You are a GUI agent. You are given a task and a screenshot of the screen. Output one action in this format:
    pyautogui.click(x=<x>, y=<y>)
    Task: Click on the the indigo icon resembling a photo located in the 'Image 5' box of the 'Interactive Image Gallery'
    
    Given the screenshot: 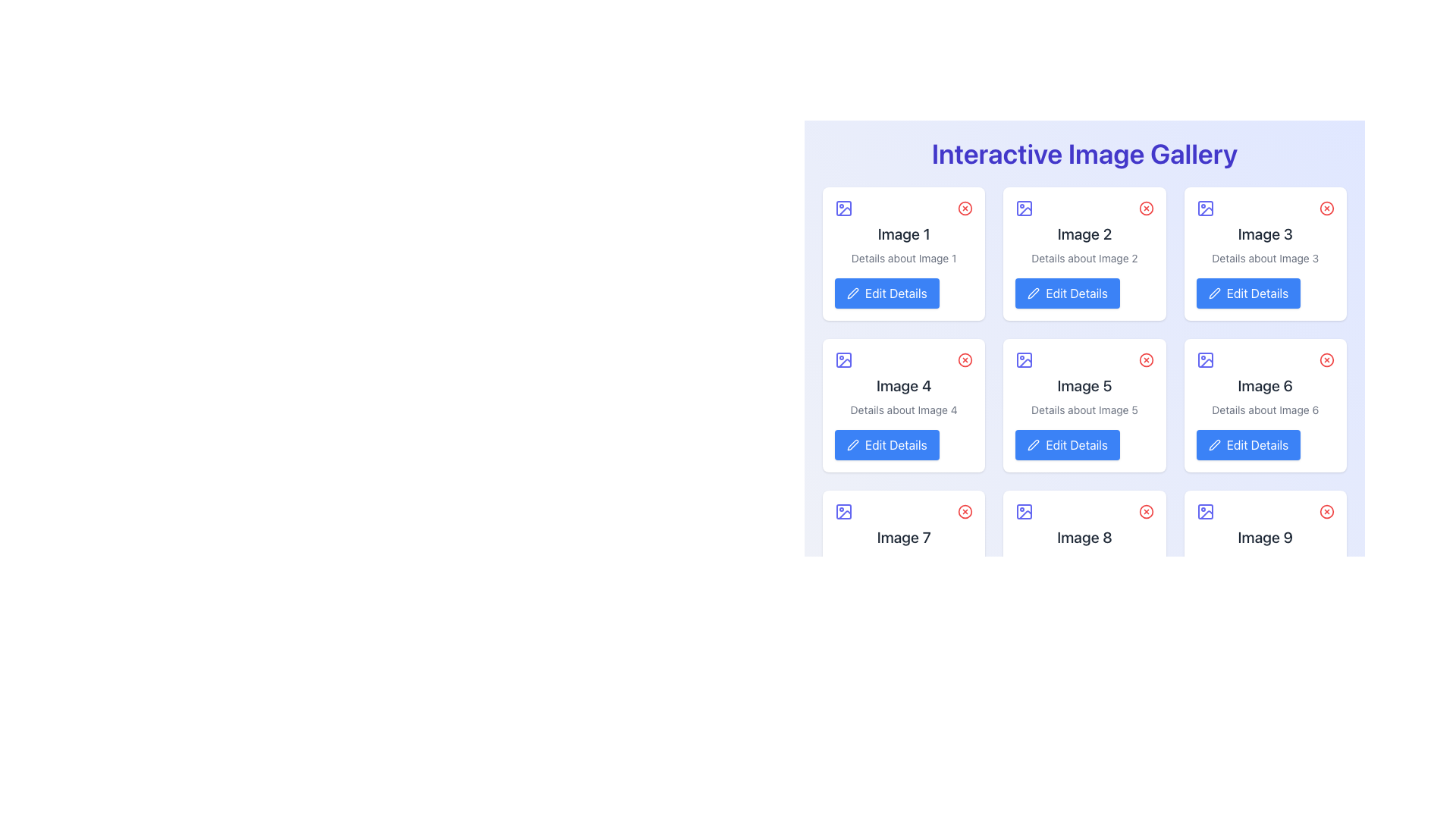 What is the action you would take?
    pyautogui.click(x=1025, y=359)
    